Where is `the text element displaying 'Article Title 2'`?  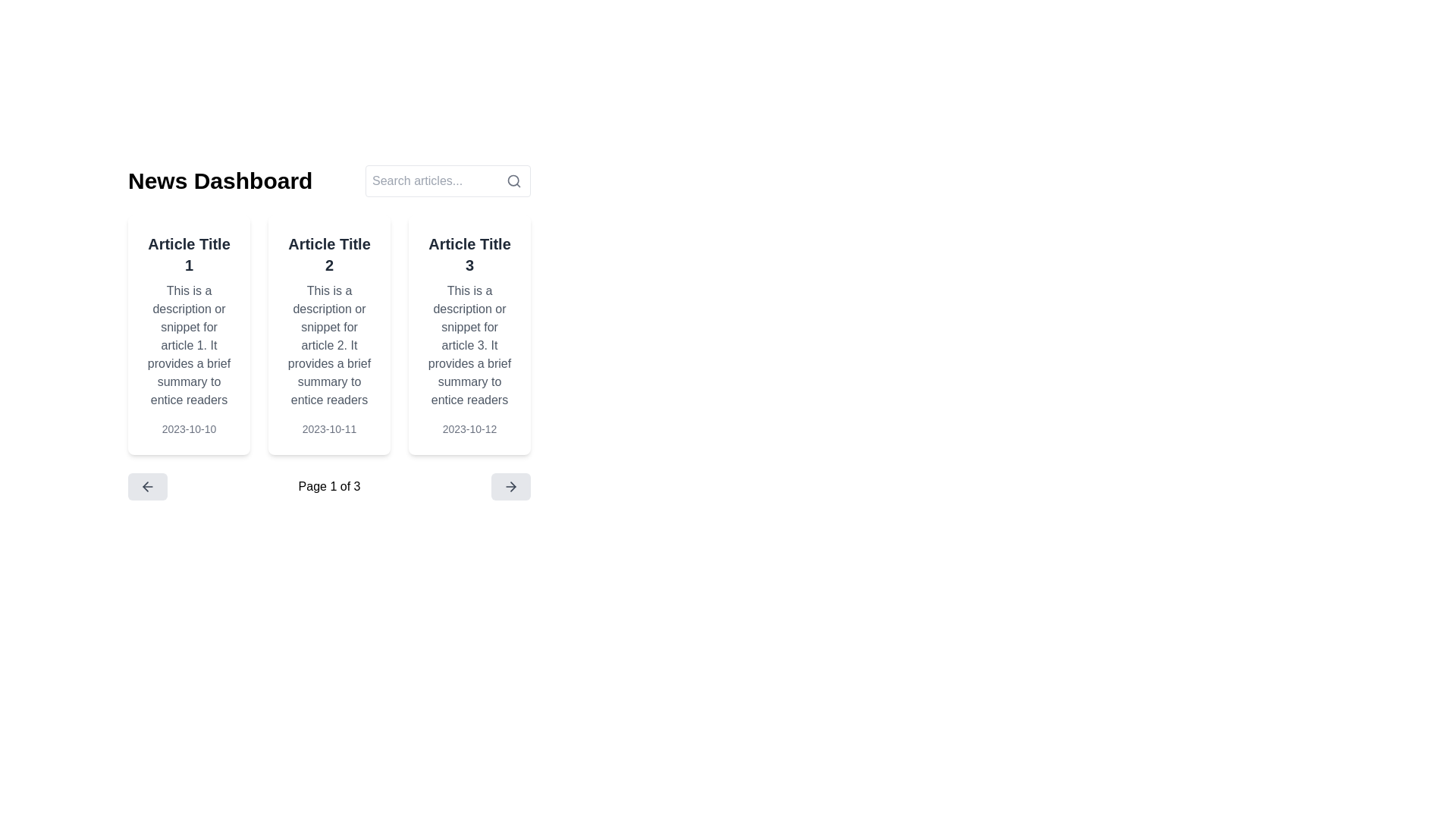
the text element displaying 'Article Title 2' is located at coordinates (328, 253).